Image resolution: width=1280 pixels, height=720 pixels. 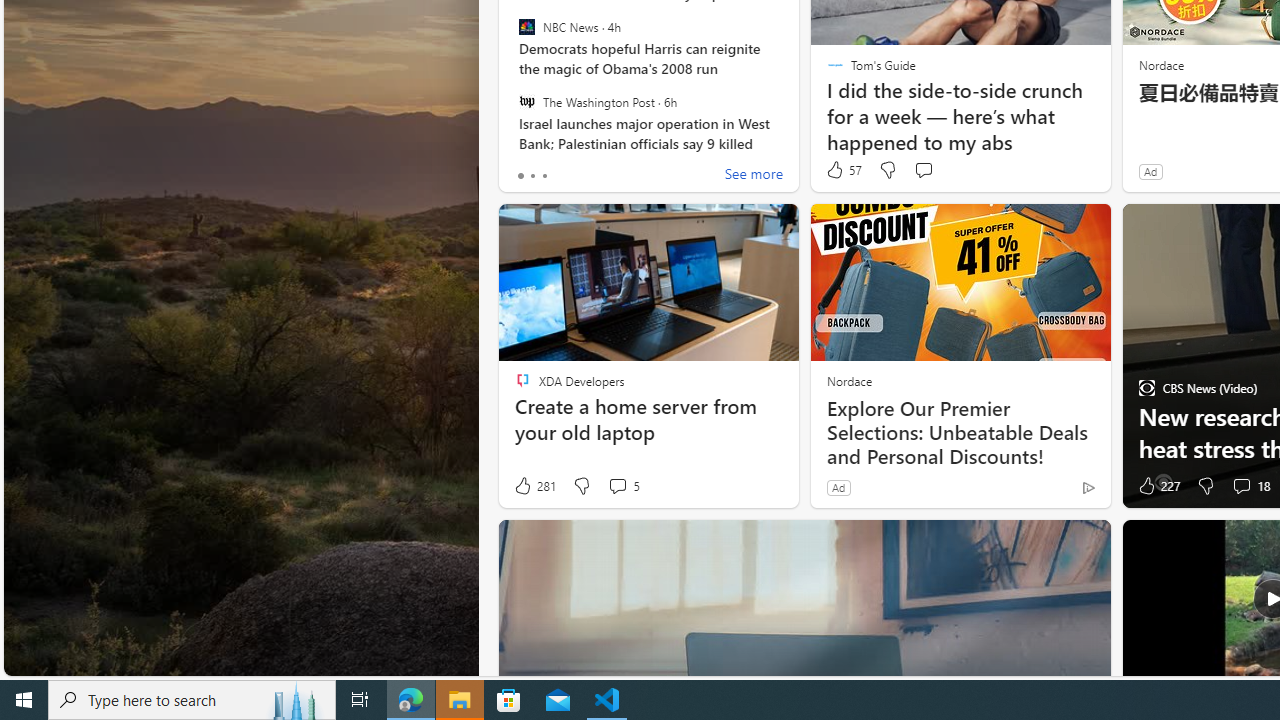 What do you see at coordinates (520, 175) in the screenshot?
I see `'tab-0'` at bounding box center [520, 175].